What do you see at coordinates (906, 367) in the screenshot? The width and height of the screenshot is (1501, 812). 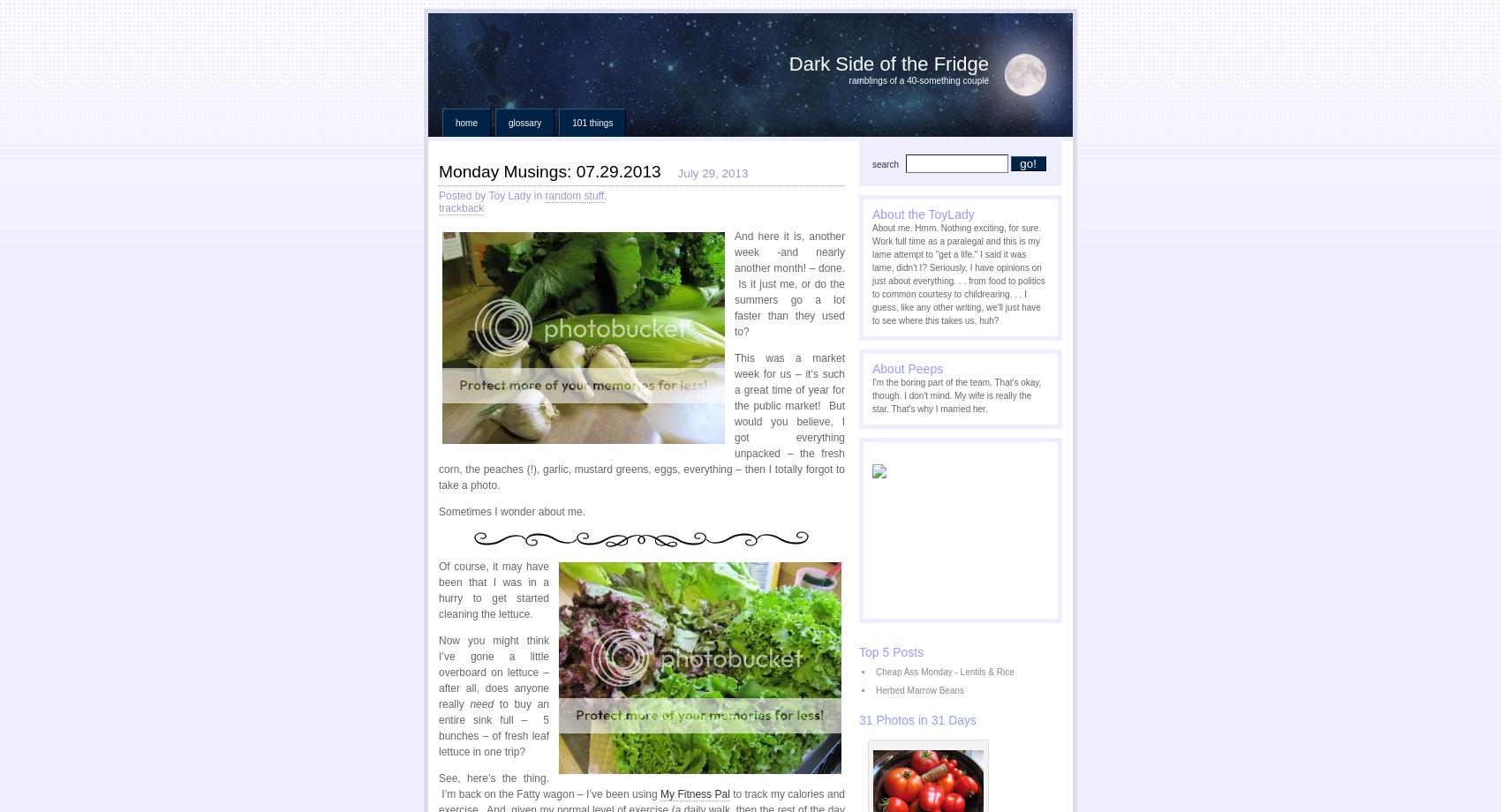 I see `'About Peeps'` at bounding box center [906, 367].